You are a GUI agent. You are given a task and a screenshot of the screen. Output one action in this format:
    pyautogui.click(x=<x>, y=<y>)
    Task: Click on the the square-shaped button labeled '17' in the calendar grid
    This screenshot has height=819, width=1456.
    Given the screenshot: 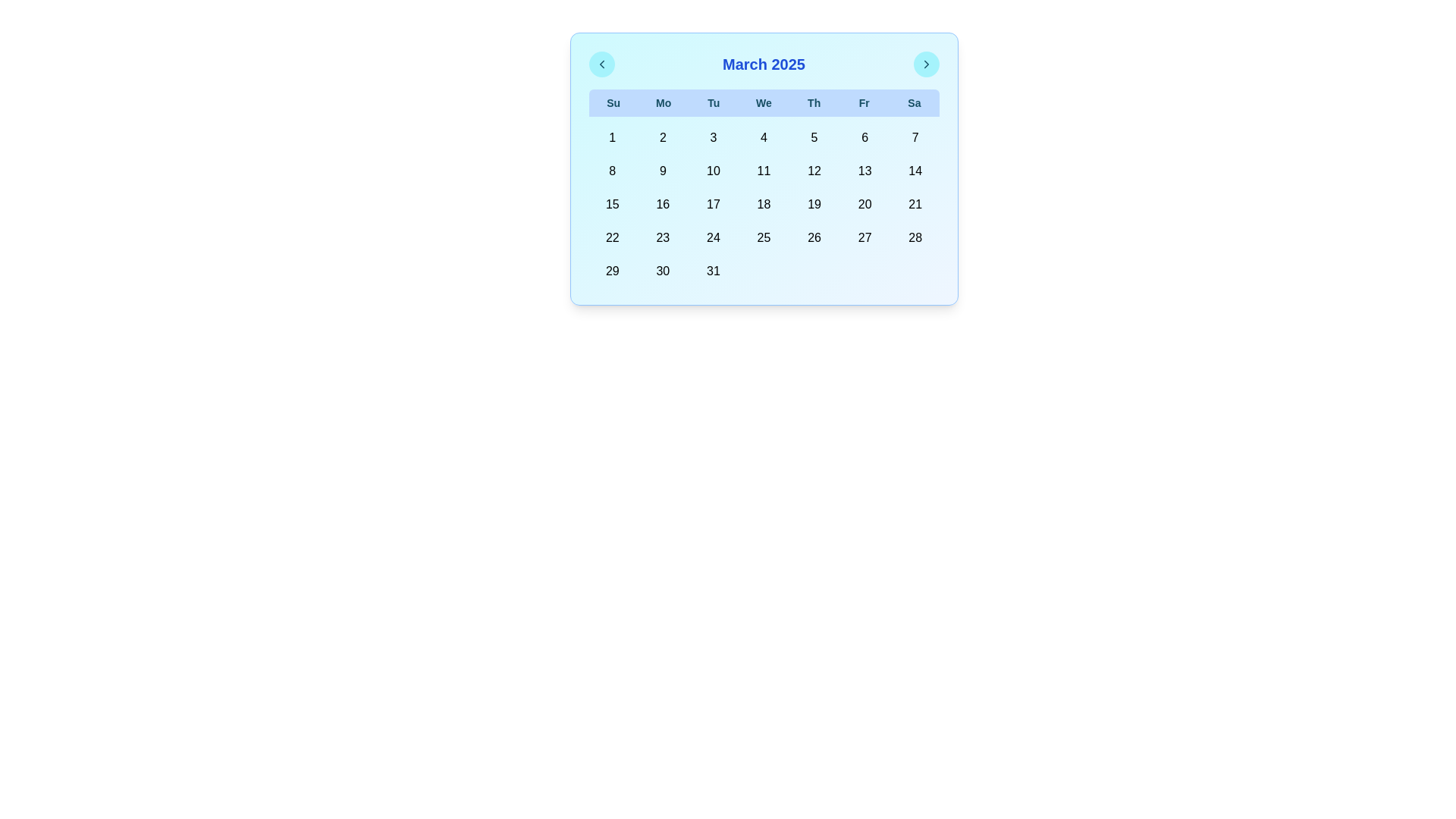 What is the action you would take?
    pyautogui.click(x=712, y=205)
    